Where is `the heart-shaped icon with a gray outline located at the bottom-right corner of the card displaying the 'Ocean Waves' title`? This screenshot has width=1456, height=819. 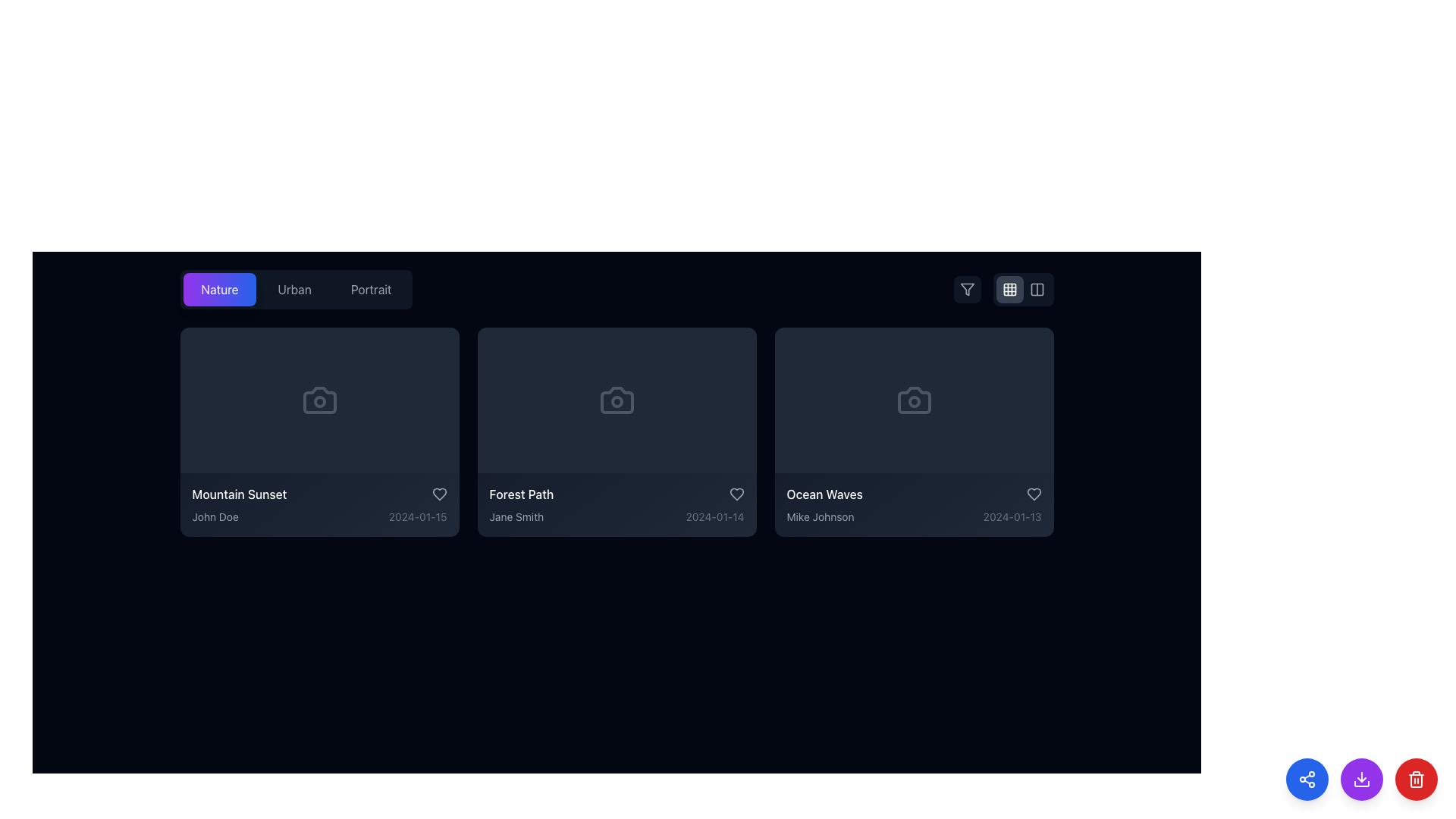 the heart-shaped icon with a gray outline located at the bottom-right corner of the card displaying the 'Ocean Waves' title is located at coordinates (1033, 494).